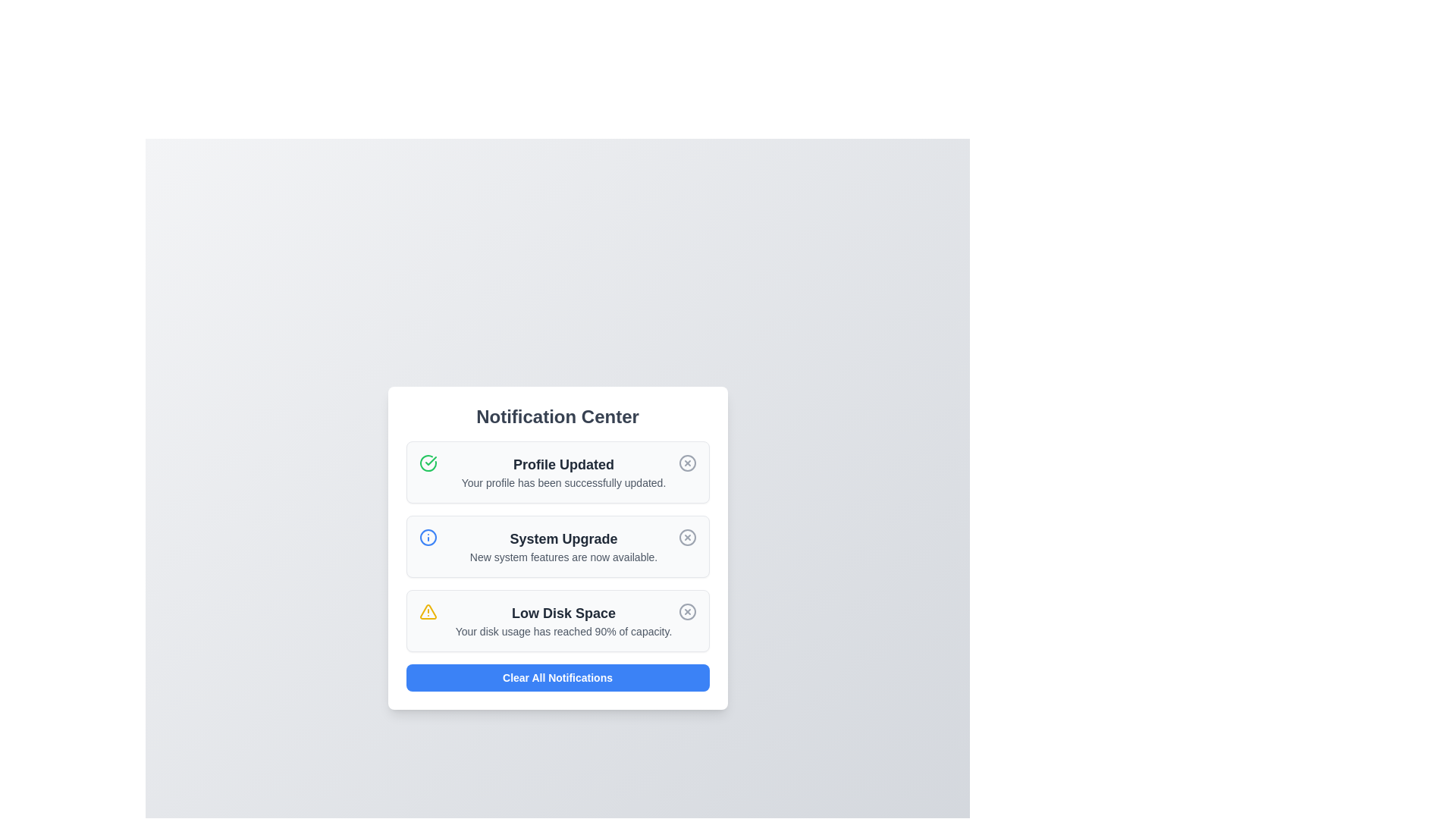  I want to click on the circular button with a gray border and a red 'X' symbol located at the top-right corner of the 'Low Disk Space' notification, so click(686, 610).